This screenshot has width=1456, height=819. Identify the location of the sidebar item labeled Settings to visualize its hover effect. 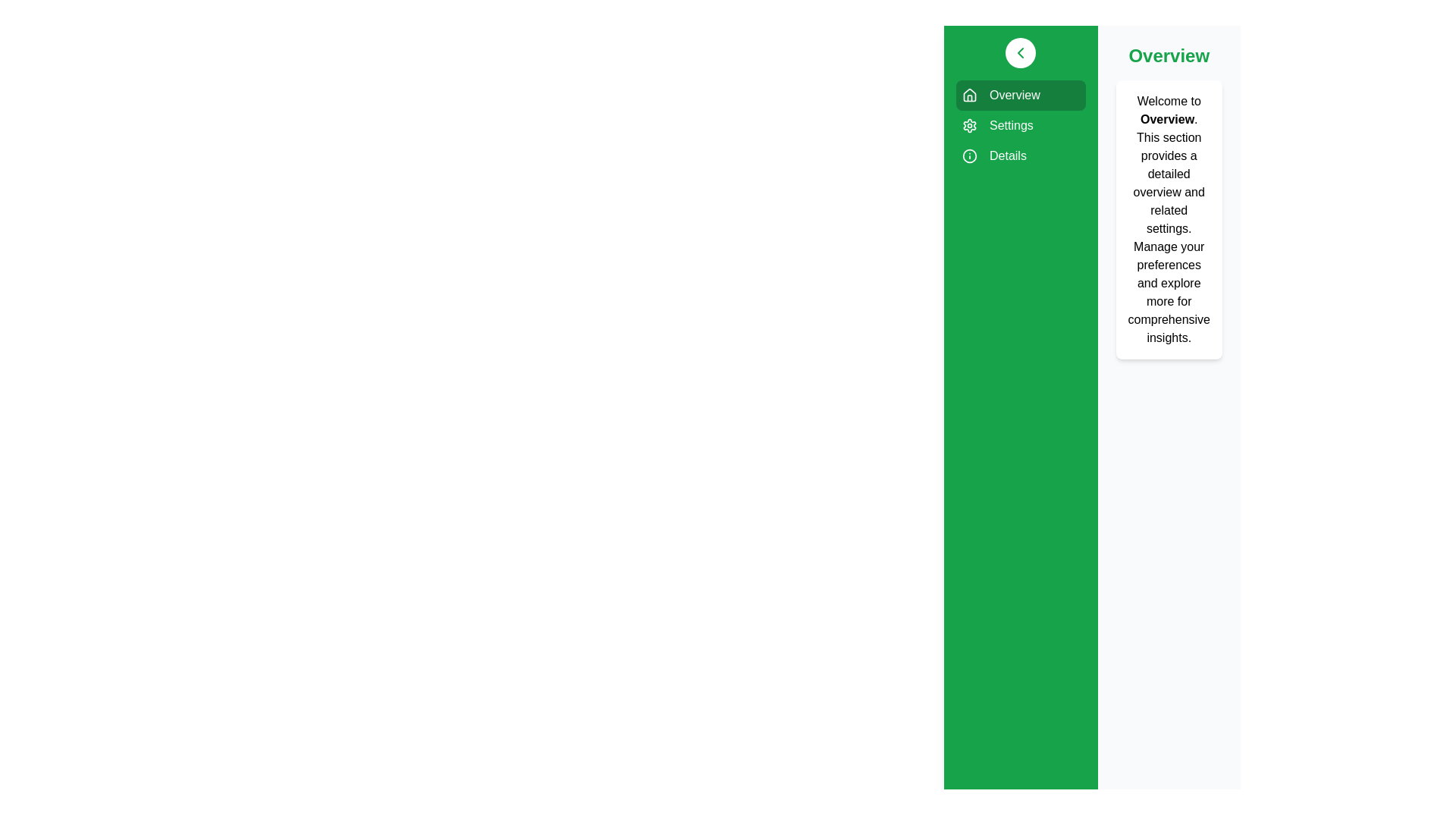
(1021, 124).